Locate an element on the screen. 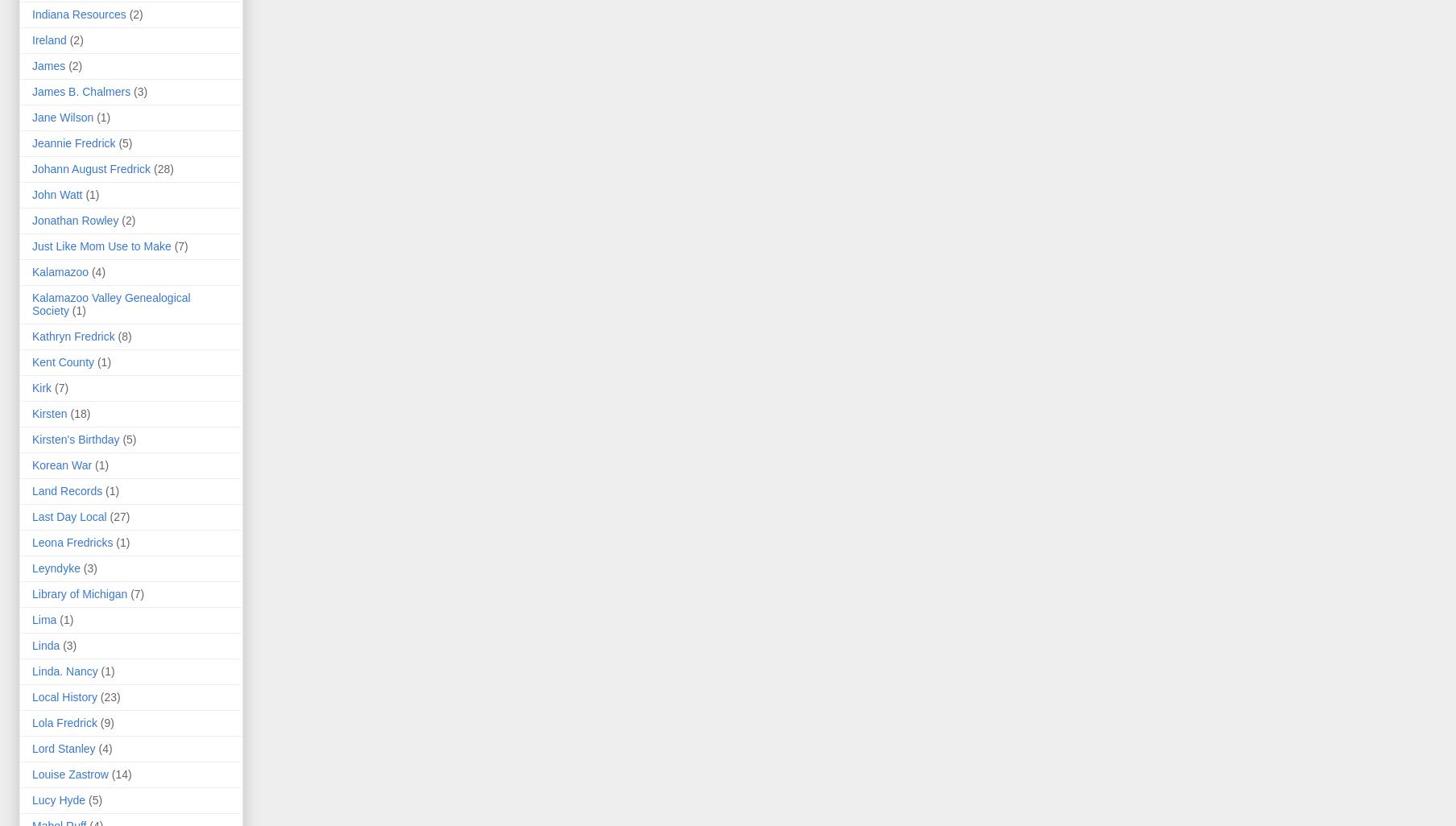 The width and height of the screenshot is (1456, 826). 'Louise Zastrow' is located at coordinates (68, 774).